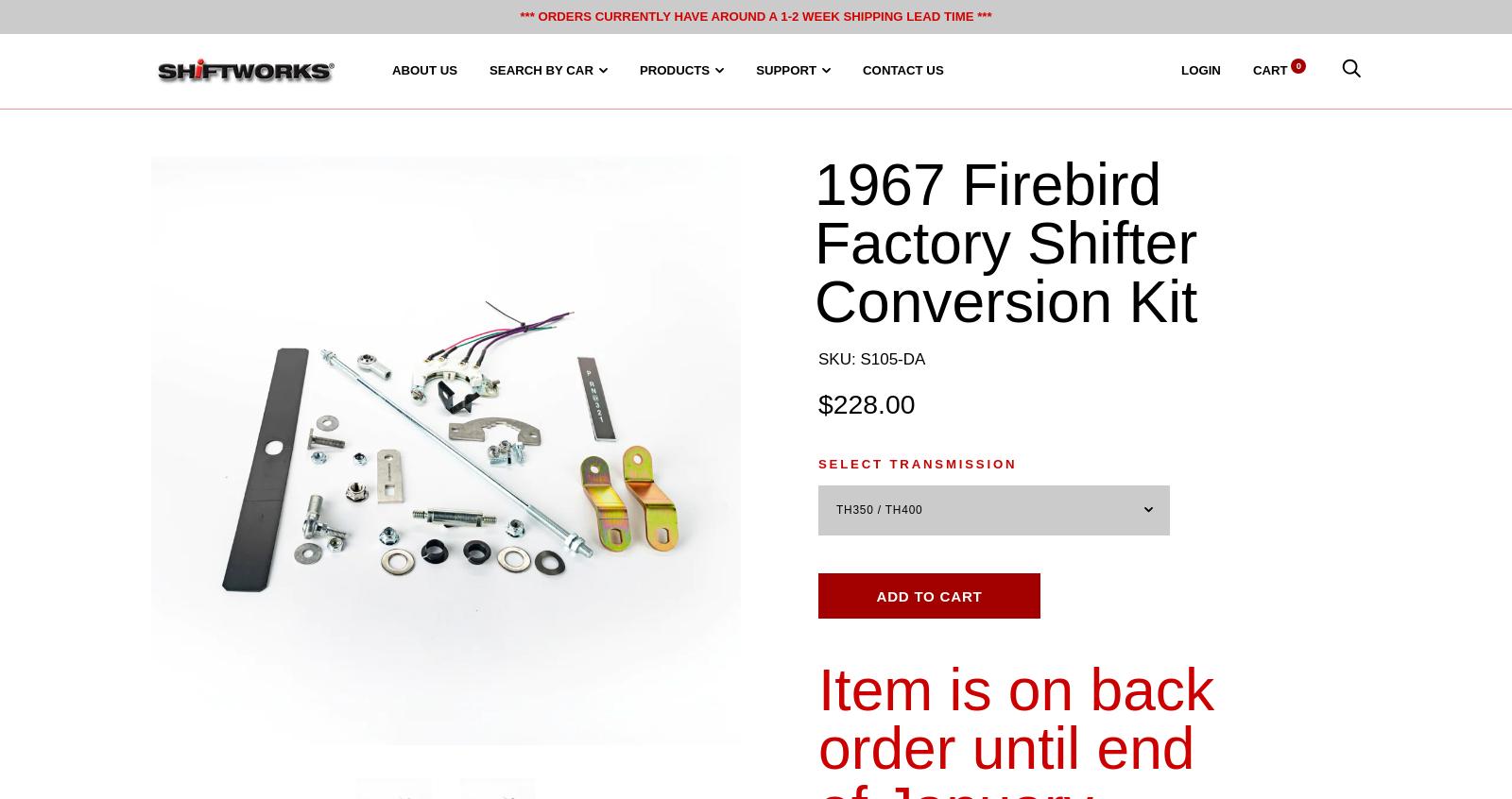 Image resolution: width=1512 pixels, height=799 pixels. I want to click on 'Support', so click(785, 70).